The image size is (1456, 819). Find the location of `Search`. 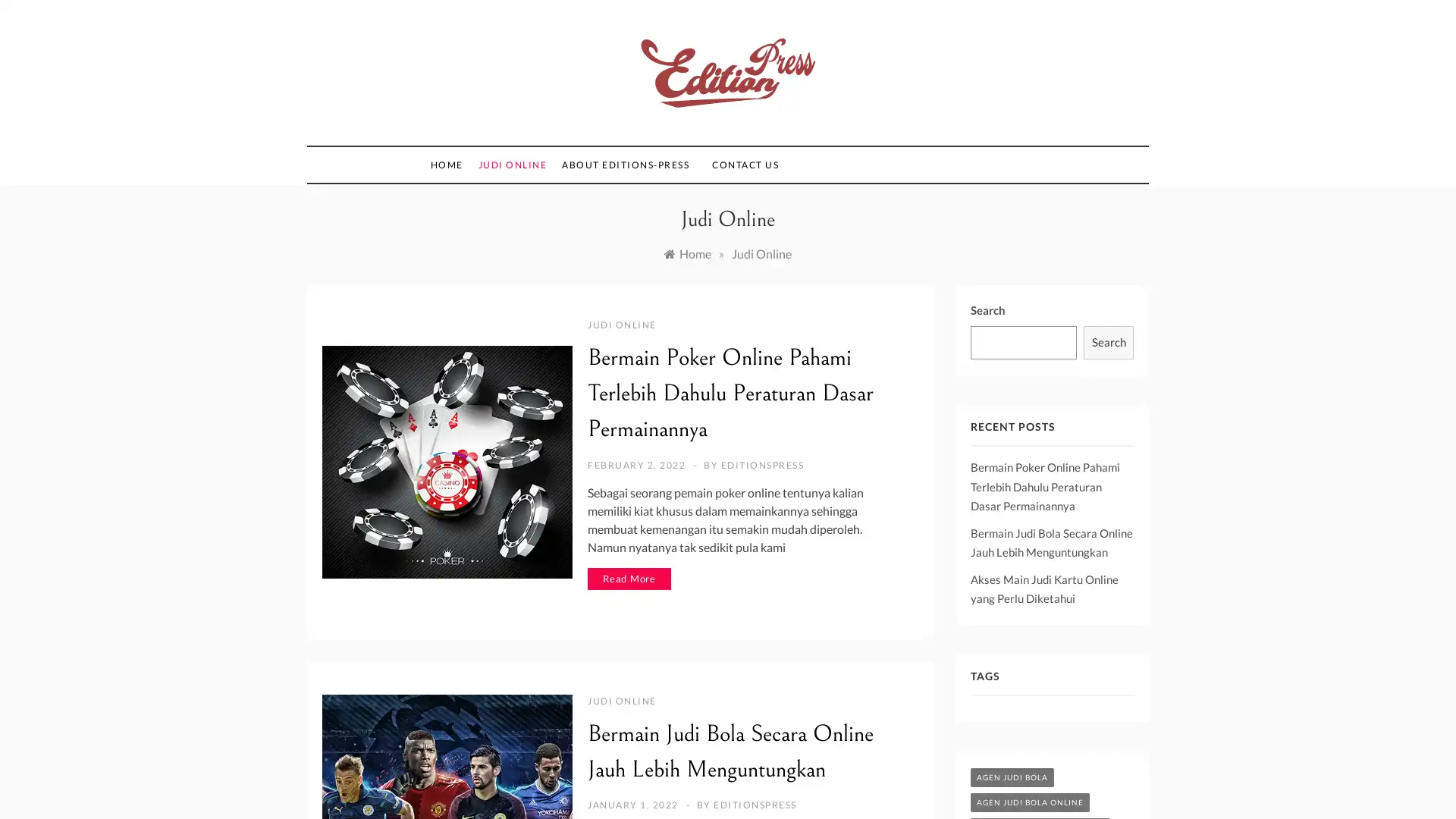

Search is located at coordinates (1109, 342).